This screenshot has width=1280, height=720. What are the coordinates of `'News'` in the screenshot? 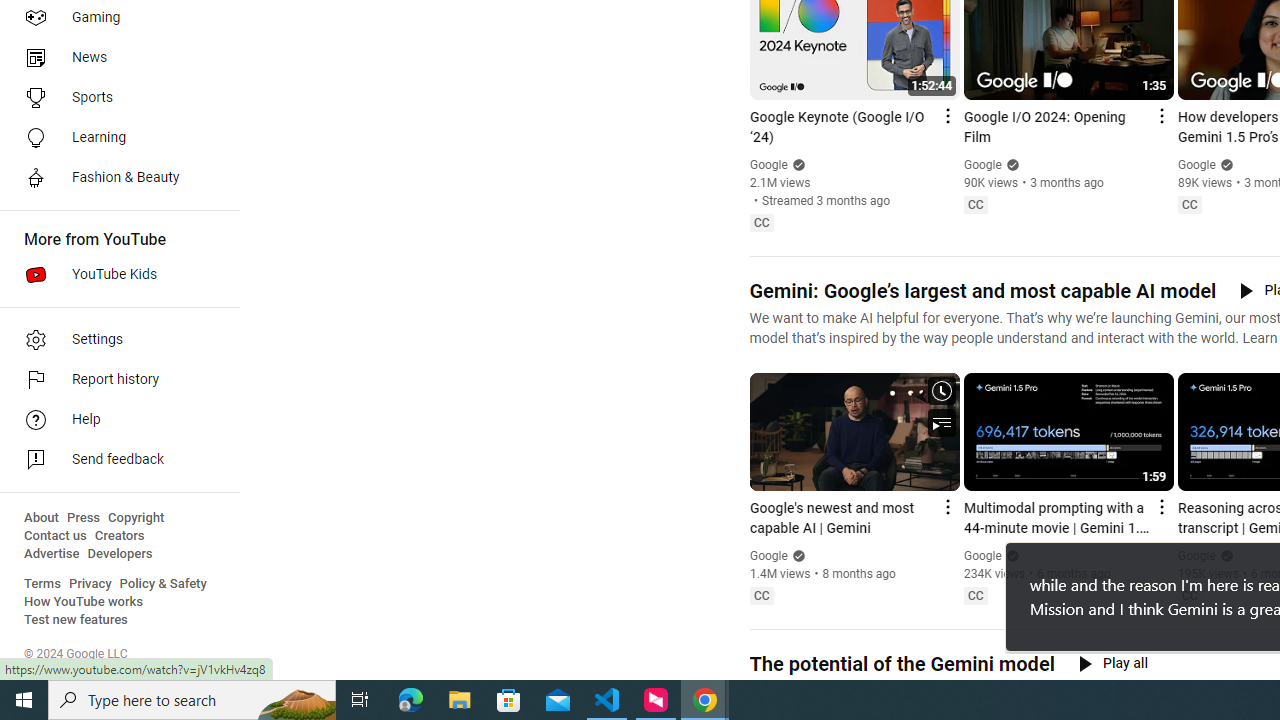 It's located at (112, 56).